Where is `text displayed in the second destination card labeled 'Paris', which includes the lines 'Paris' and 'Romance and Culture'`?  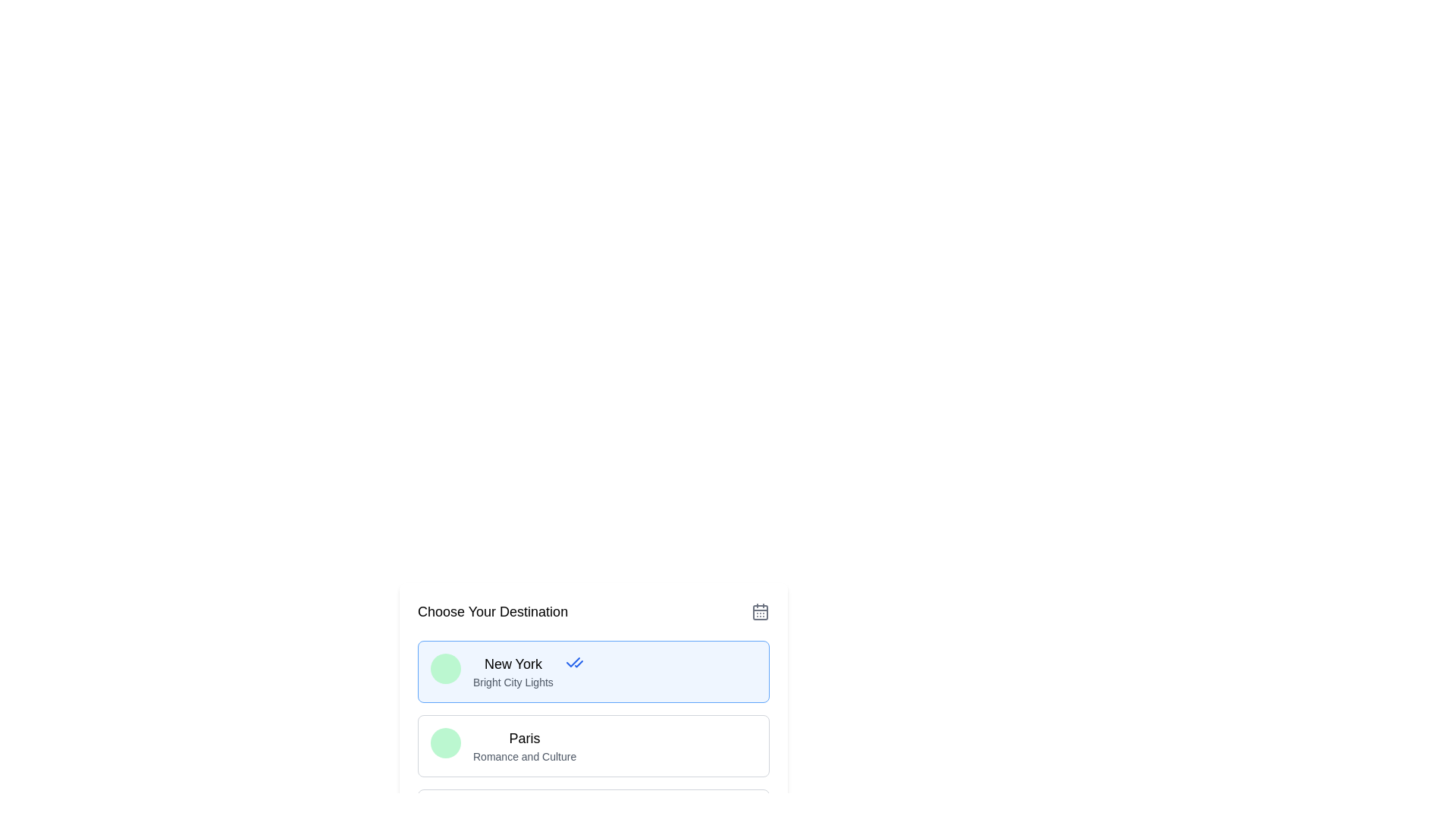 text displayed in the second destination card labeled 'Paris', which includes the lines 'Paris' and 'Romance and Culture' is located at coordinates (525, 745).